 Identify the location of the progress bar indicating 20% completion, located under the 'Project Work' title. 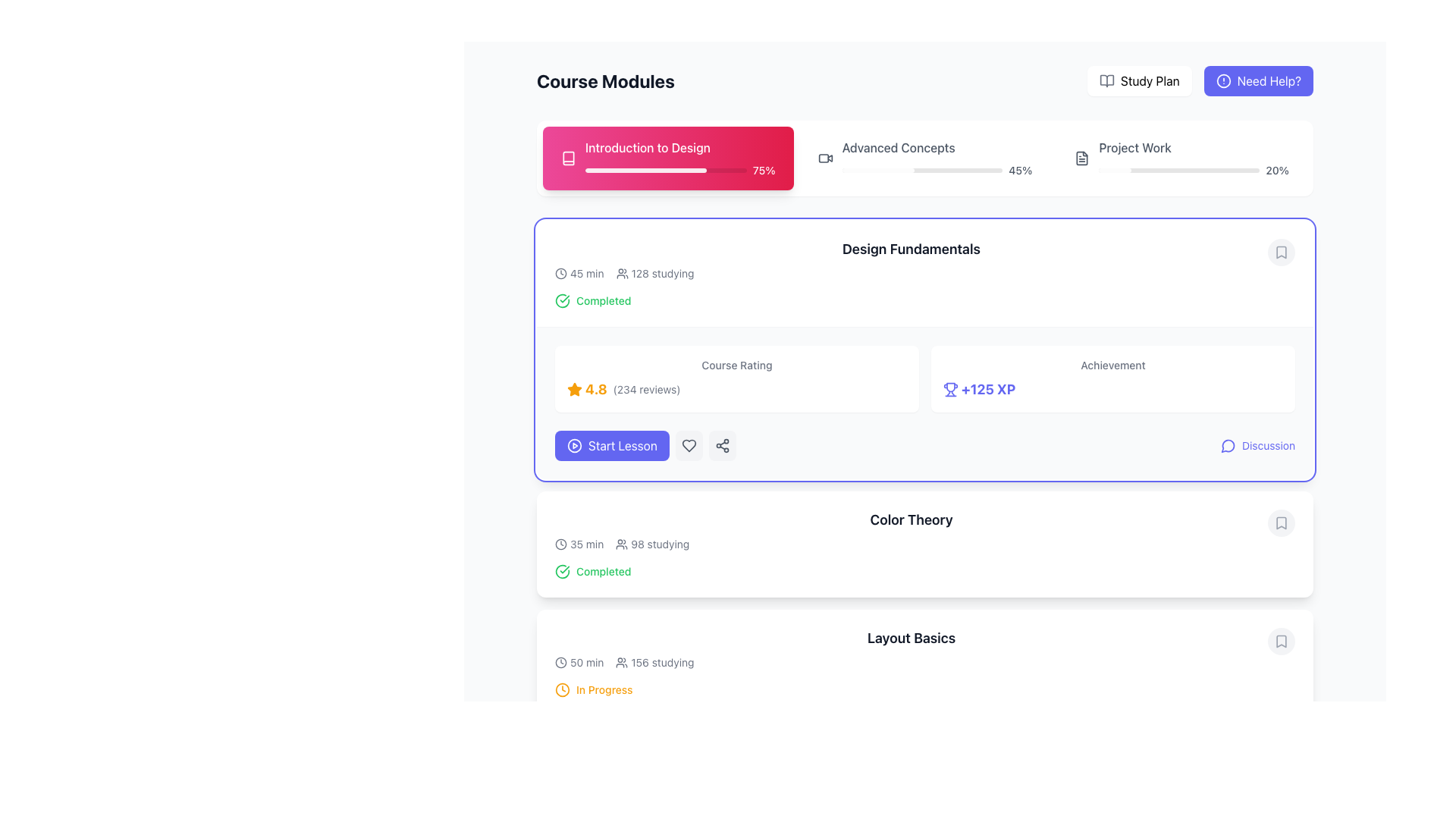
(1193, 170).